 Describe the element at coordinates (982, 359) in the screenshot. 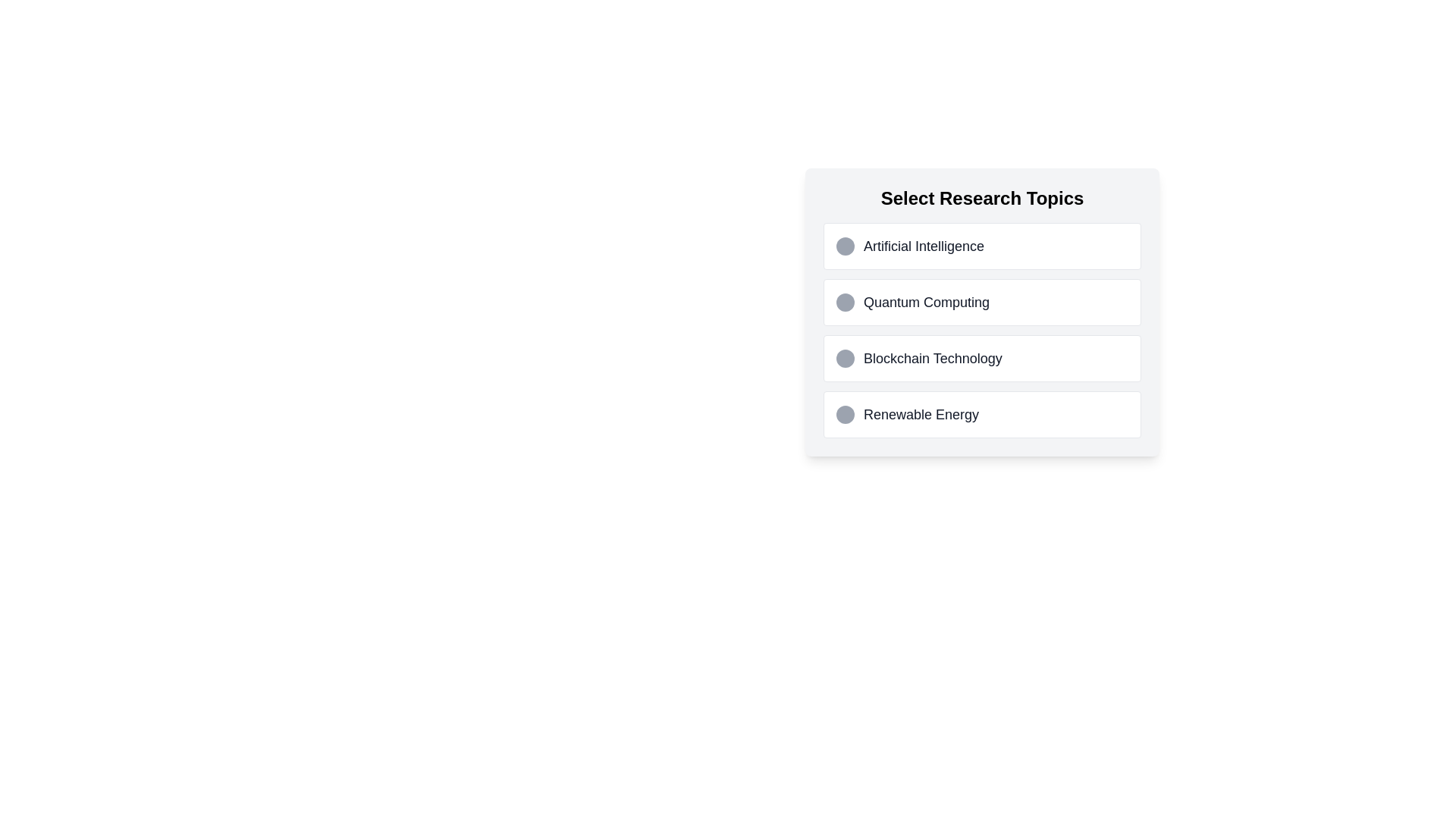

I see `to select the 'Blockchain Technology' card, which is the third option in the 'Select Research Topics' section, located between 'Quantum Computing' and 'Renewable Energy'` at that location.